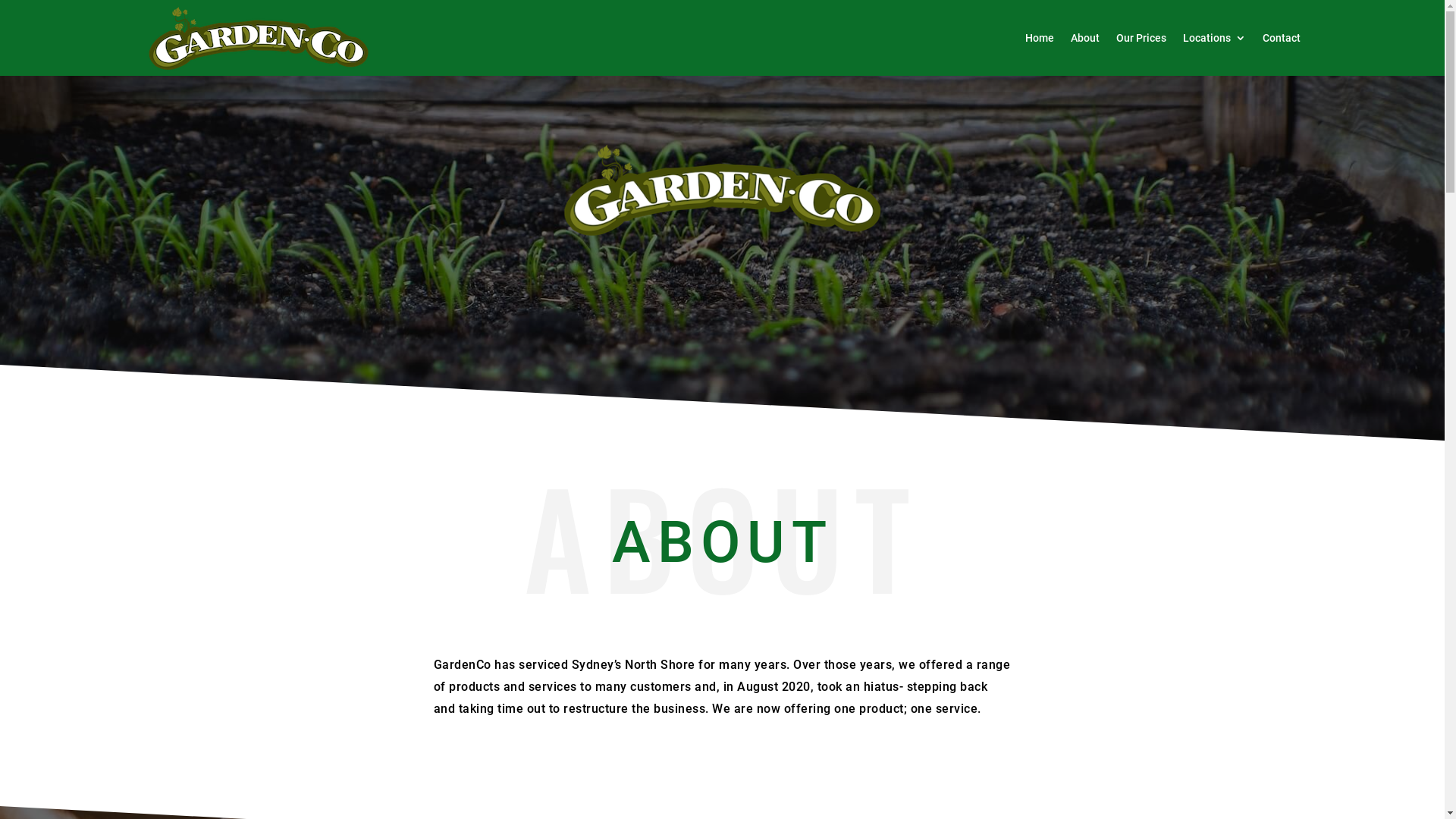 The image size is (1456, 819). I want to click on 'About', so click(1084, 37).